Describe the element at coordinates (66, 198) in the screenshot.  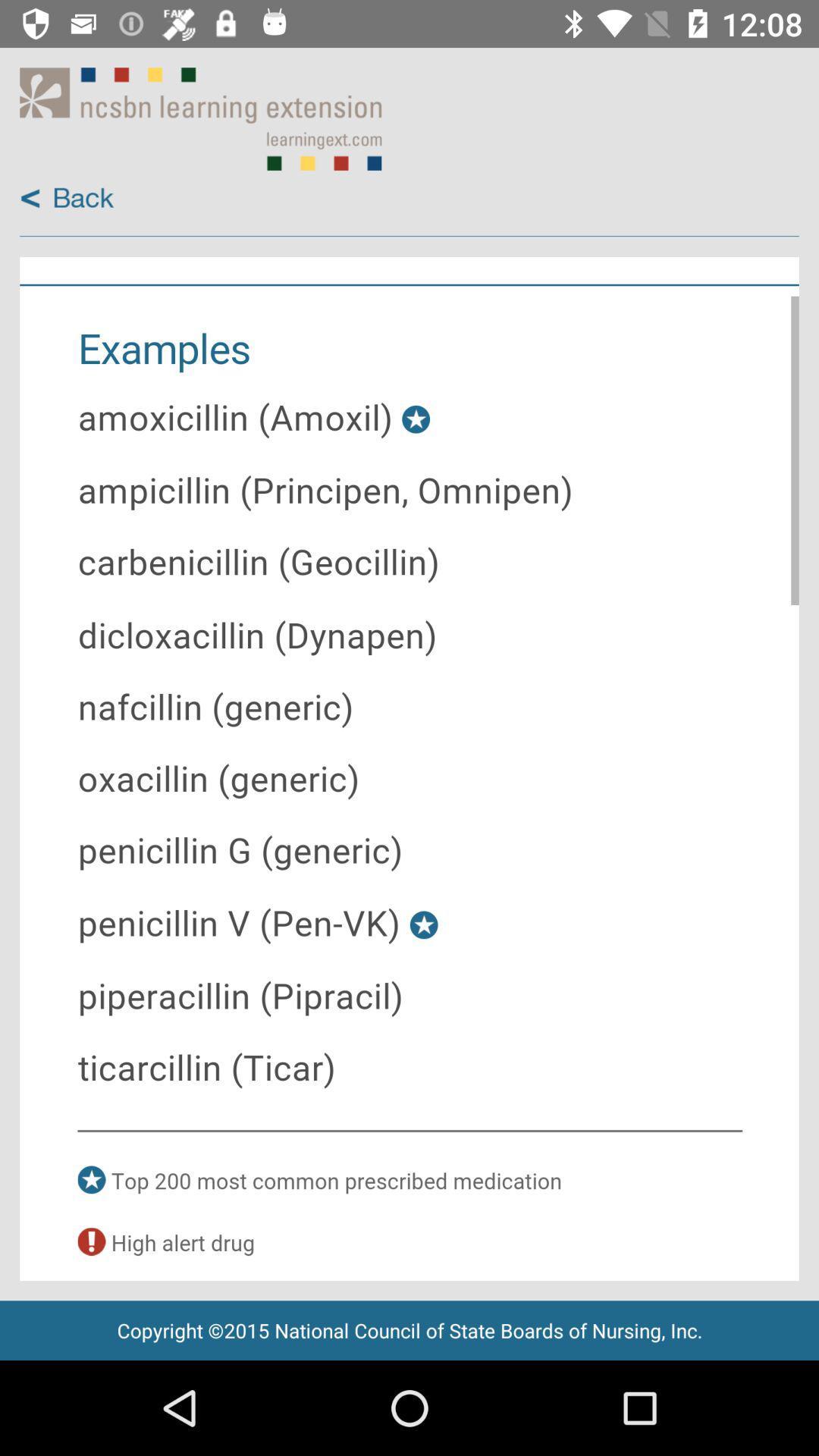
I see `go back` at that location.